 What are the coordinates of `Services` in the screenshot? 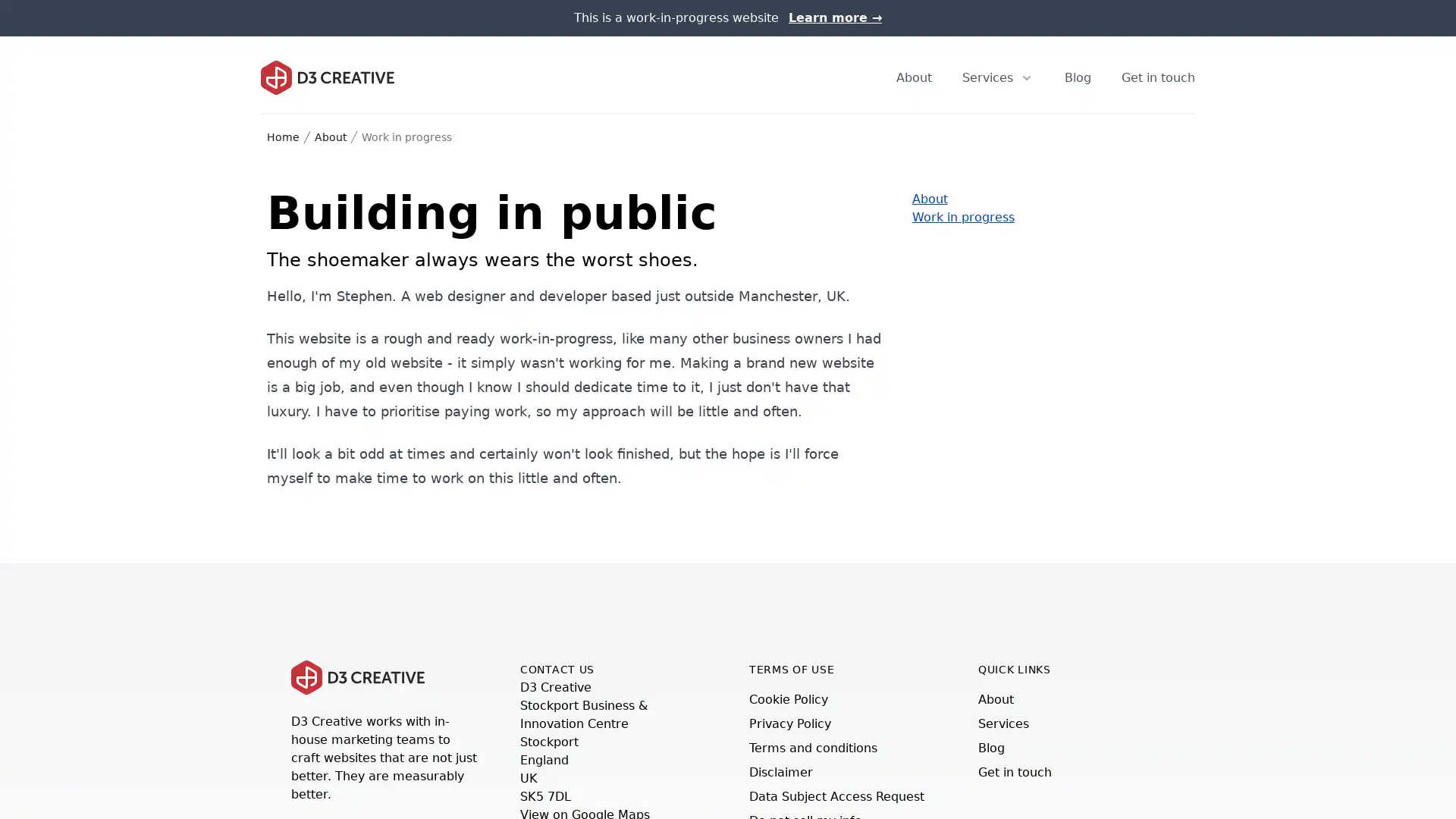 It's located at (998, 77).